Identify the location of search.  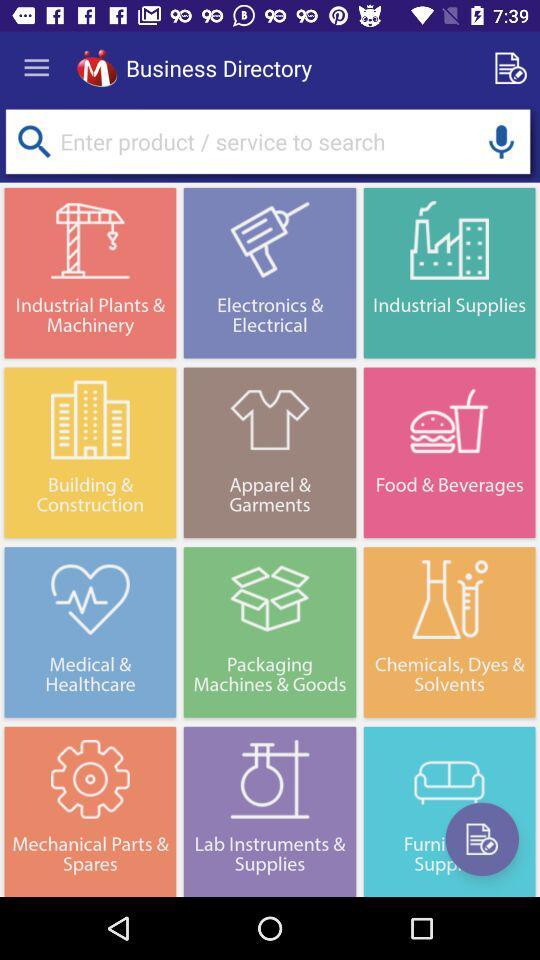
(33, 140).